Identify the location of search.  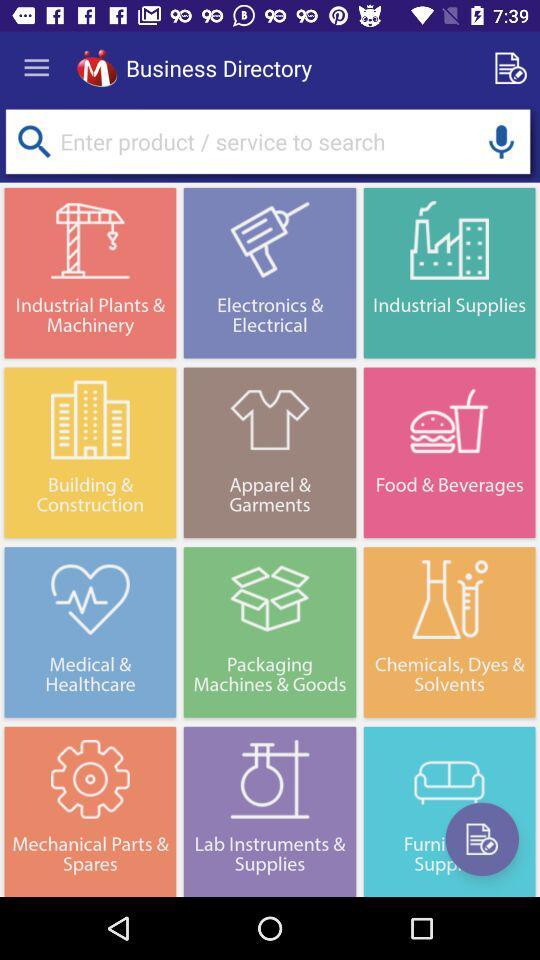
(33, 140).